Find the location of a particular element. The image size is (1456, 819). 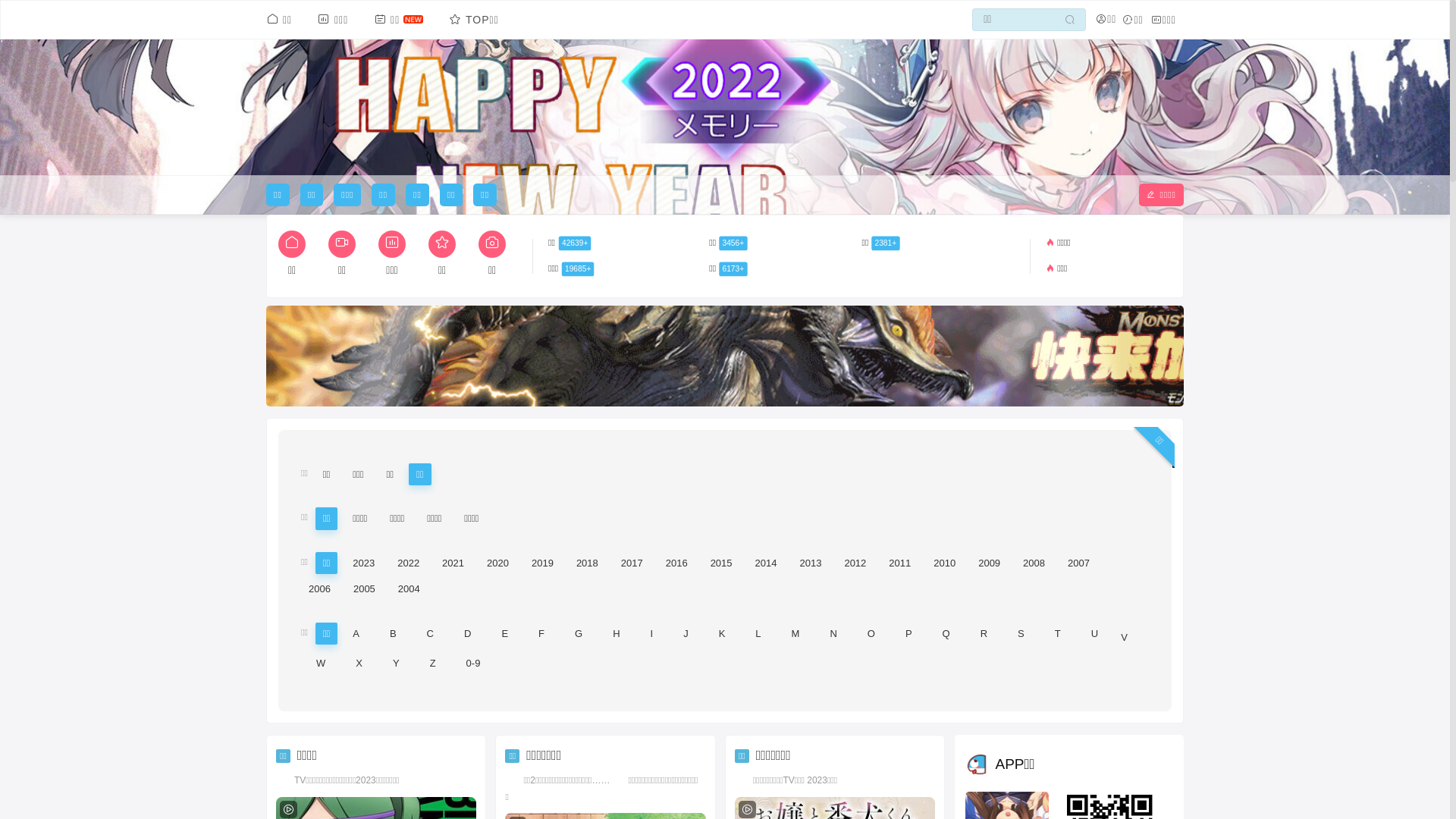

'I' is located at coordinates (651, 633).